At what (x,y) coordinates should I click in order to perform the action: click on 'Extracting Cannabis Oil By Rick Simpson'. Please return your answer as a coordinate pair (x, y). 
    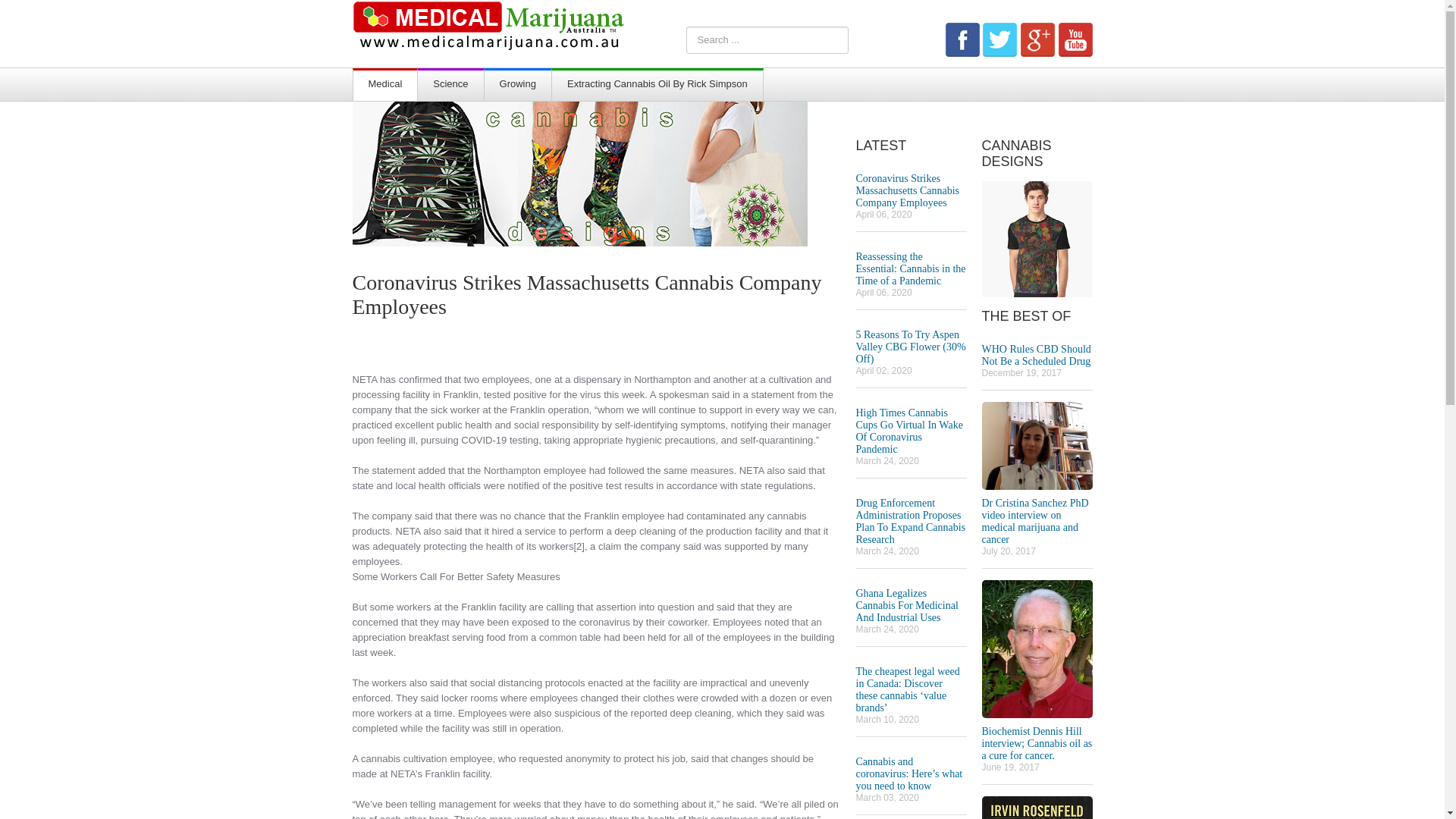
    Looking at the image, I should click on (657, 85).